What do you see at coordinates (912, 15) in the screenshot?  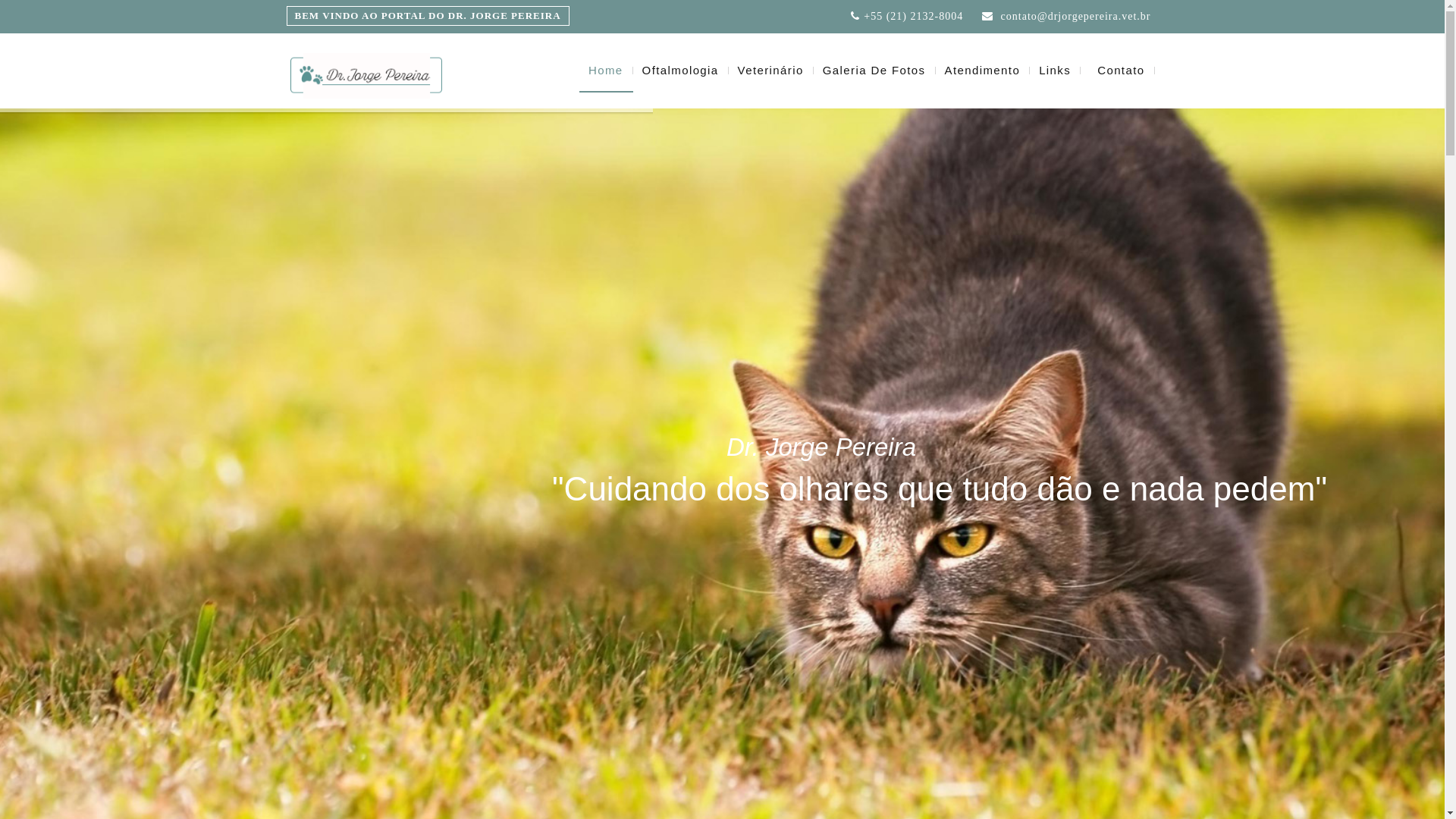 I see `'+55 (21) 2132-8004'` at bounding box center [912, 15].